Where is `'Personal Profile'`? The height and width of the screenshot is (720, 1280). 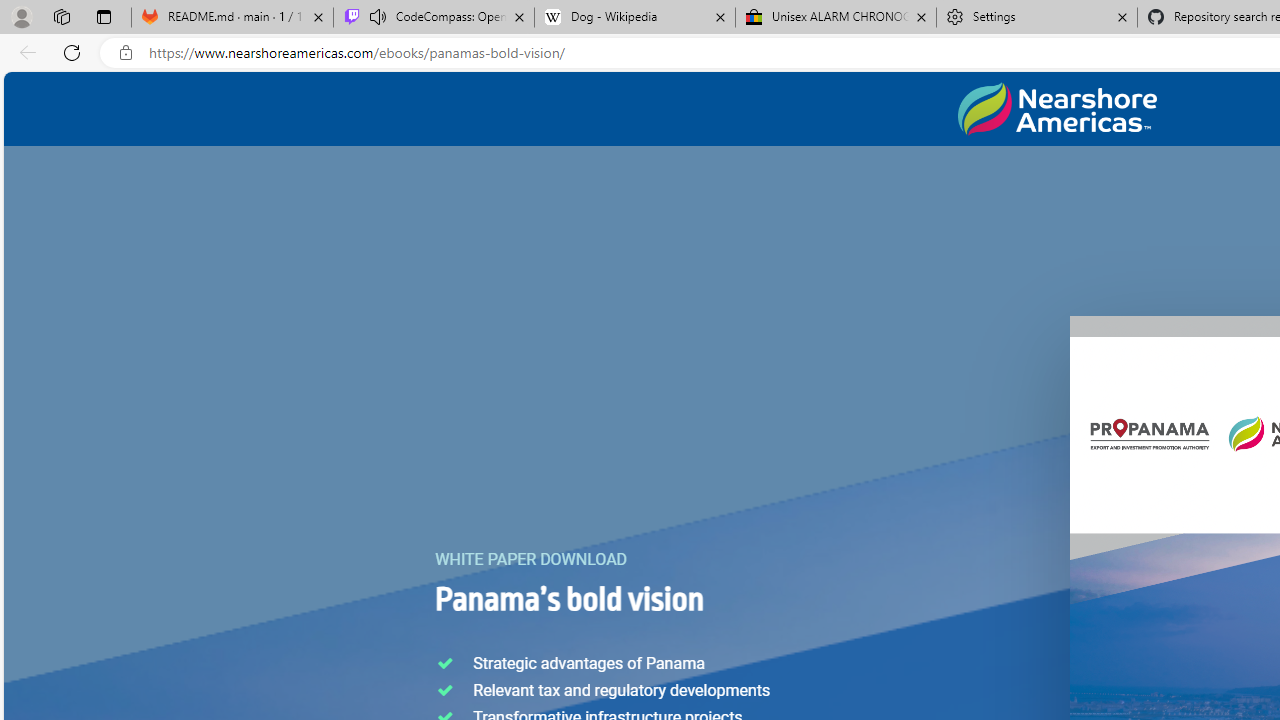 'Personal Profile' is located at coordinates (21, 16).